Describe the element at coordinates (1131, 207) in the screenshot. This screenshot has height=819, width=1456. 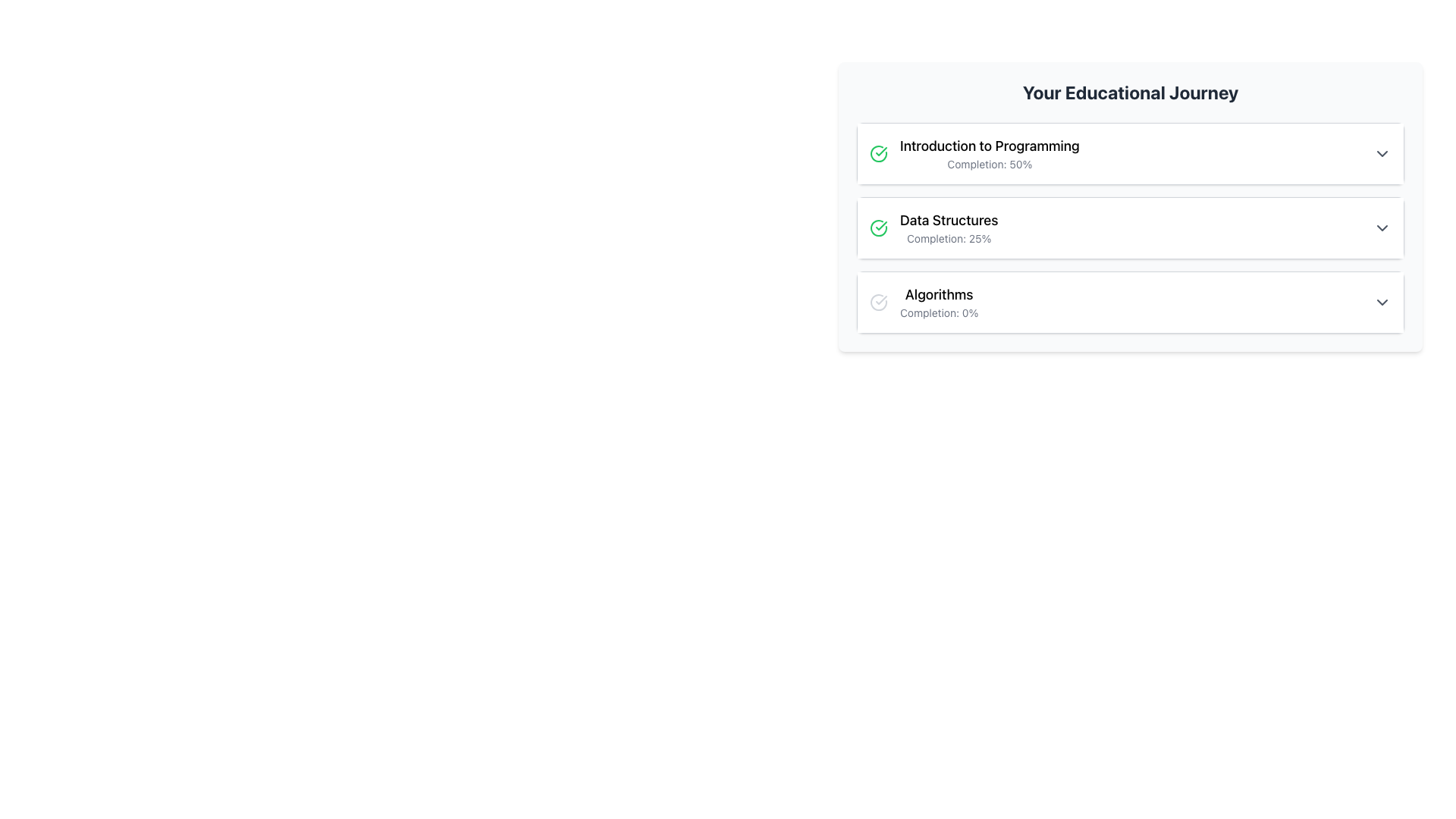
I see `the Card component for the 'Data Structures' module, which is the second item in the list under 'Your Educational Journey'` at that location.